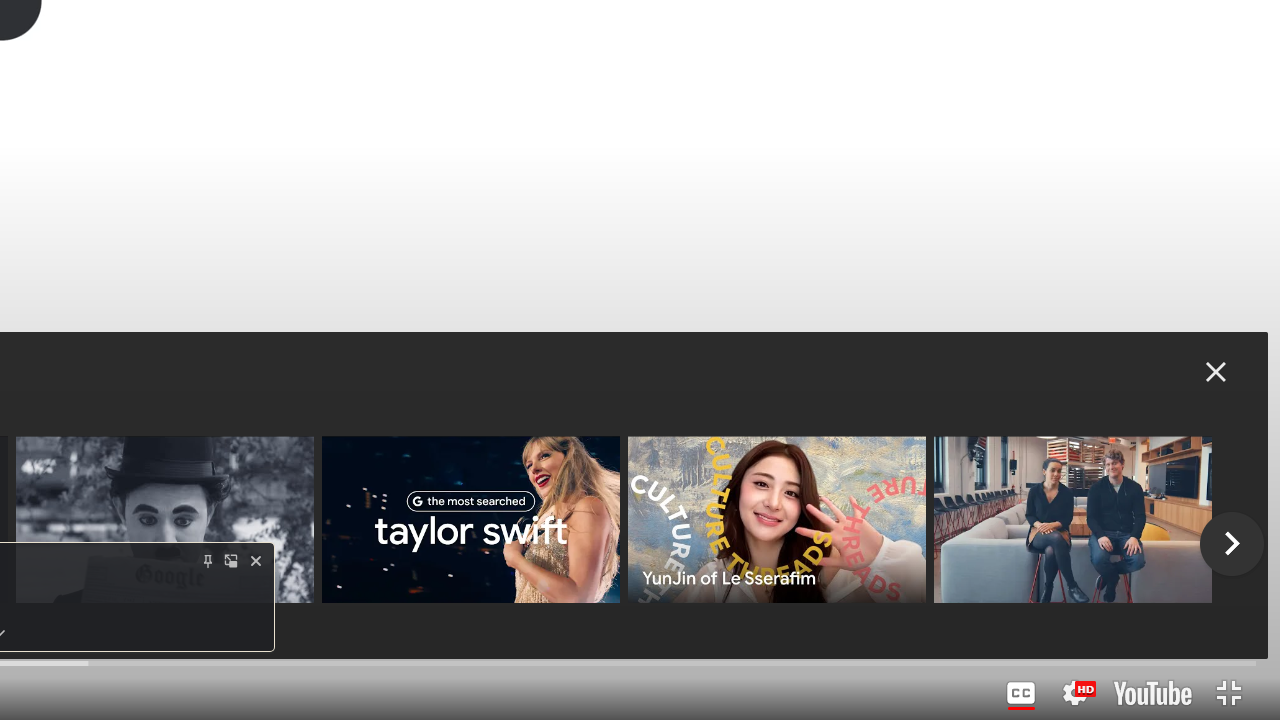 The height and width of the screenshot is (720, 1280). Describe the element at coordinates (1231, 543) in the screenshot. I see `'Show more suggested videos'` at that location.